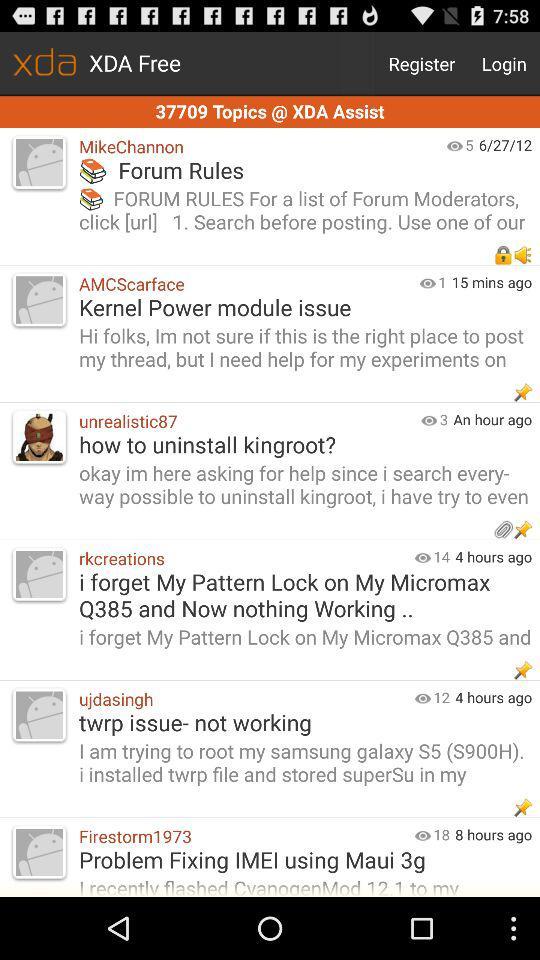 The image size is (540, 960). Describe the element at coordinates (245, 421) in the screenshot. I see `the unrealistic87` at that location.